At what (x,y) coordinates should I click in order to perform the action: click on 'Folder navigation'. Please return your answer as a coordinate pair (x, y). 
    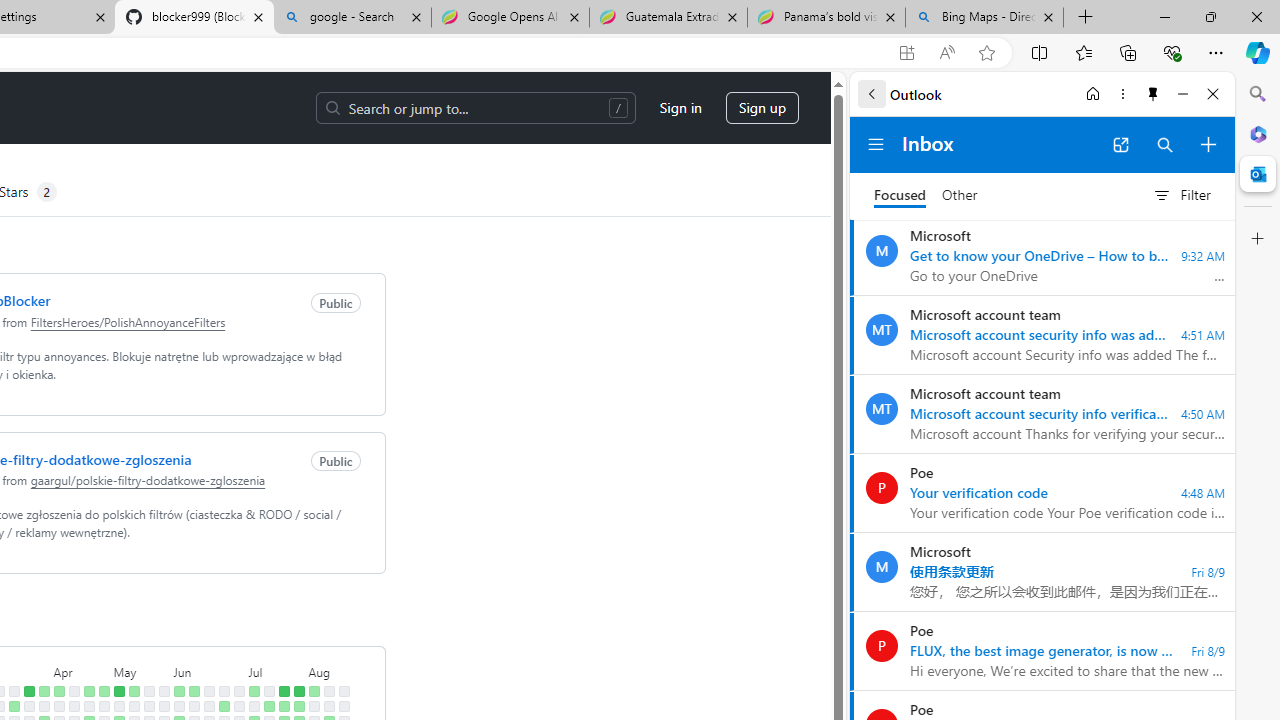
    Looking at the image, I should click on (876, 144).